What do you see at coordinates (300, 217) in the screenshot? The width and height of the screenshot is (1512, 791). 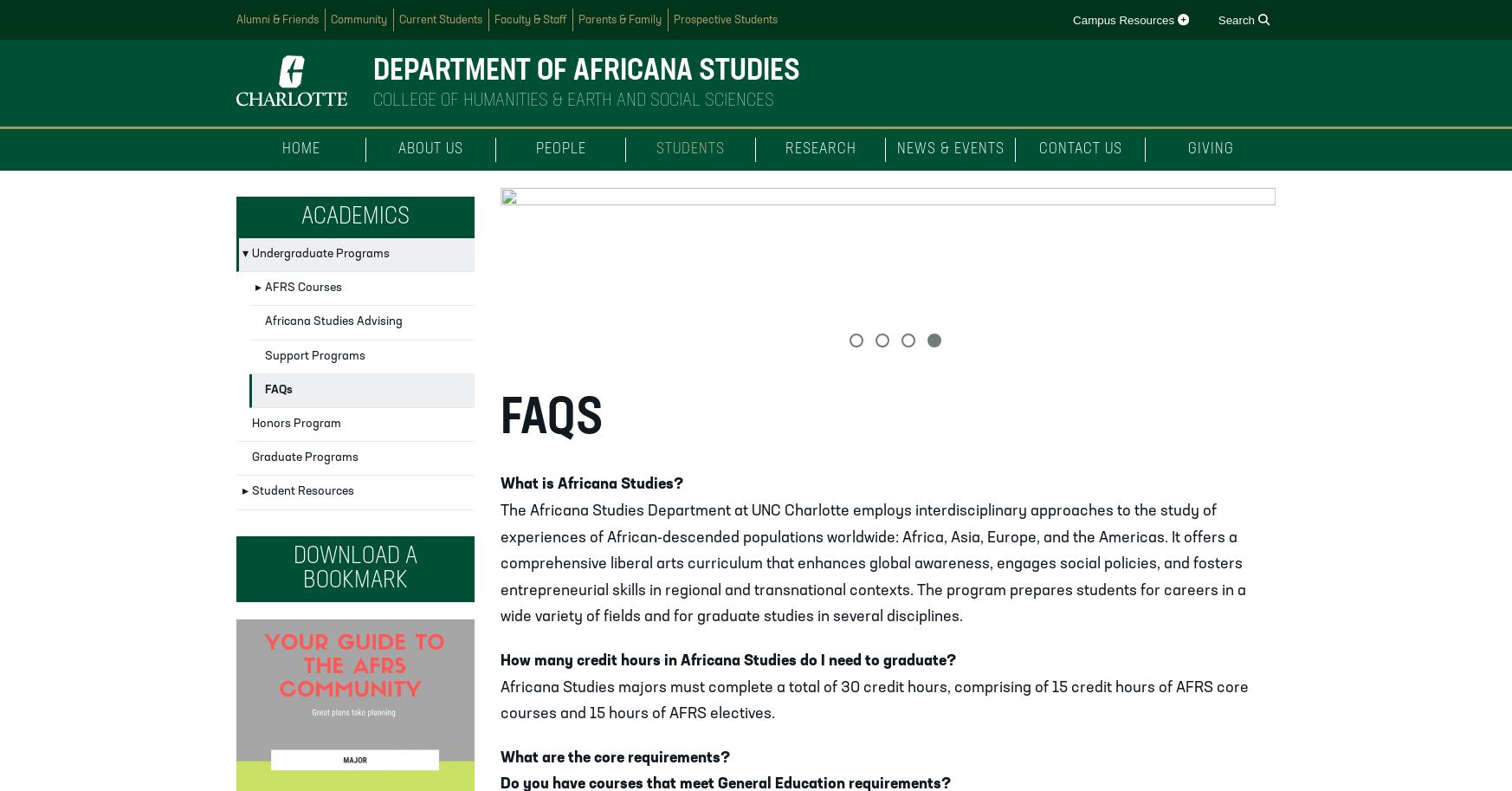 I see `'Academics'` at bounding box center [300, 217].